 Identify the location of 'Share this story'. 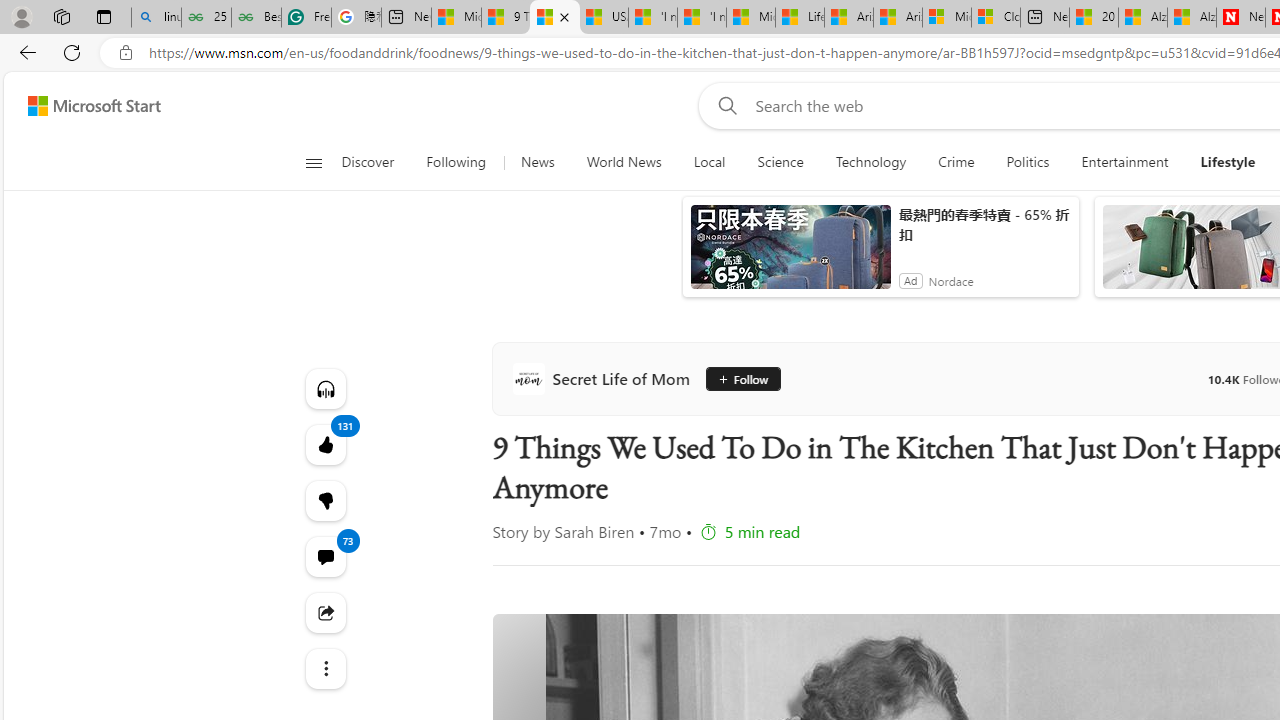
(325, 612).